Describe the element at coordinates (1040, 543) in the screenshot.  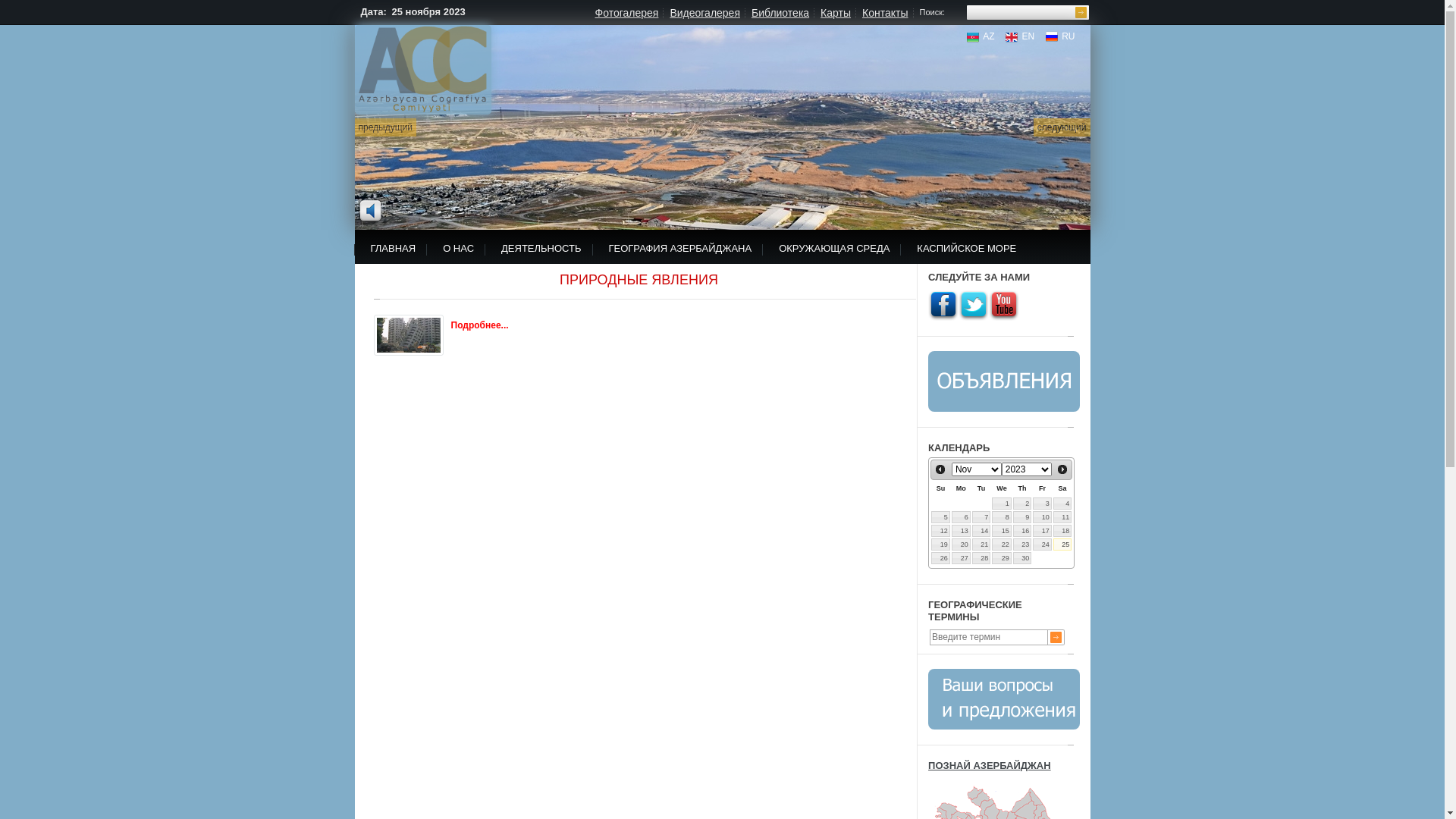
I see `'24'` at that location.